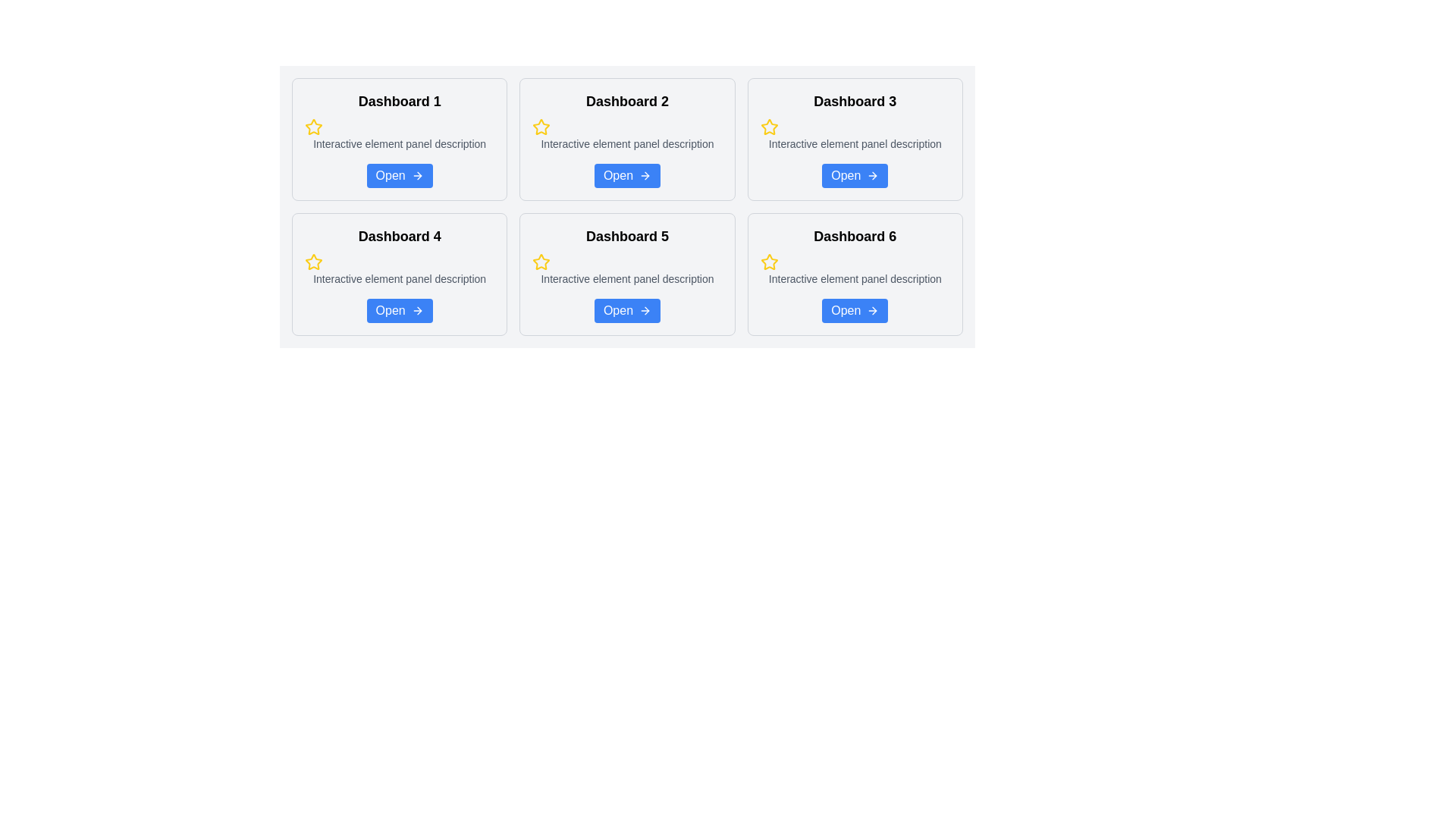 This screenshot has height=819, width=1456. I want to click on the text label 'Dashboard 3' which is displayed in a bold, large font in the top-right card of a grid layout, so click(855, 102).